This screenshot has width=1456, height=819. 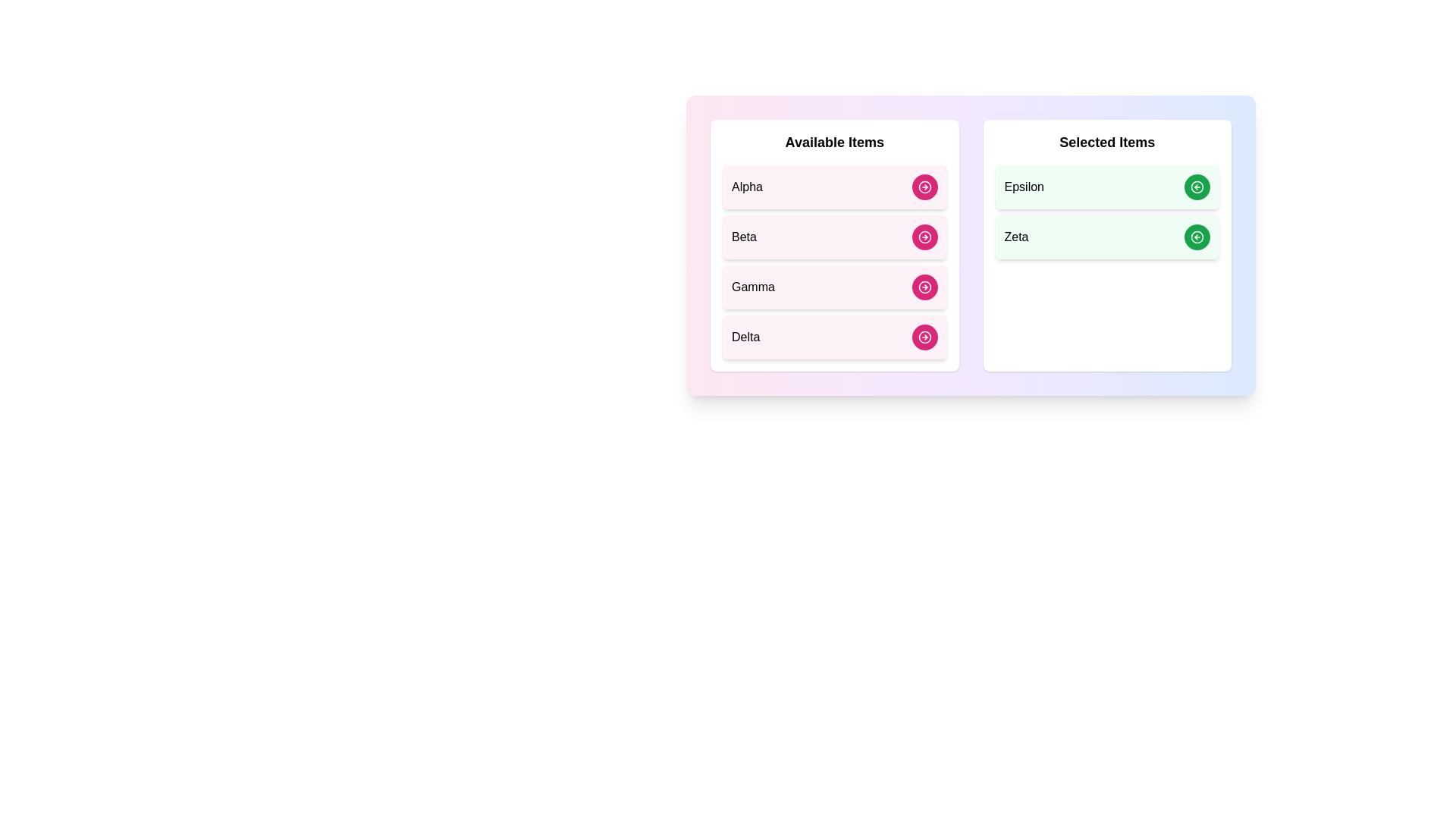 I want to click on transfer button for the item Gamma in the 'Available Items' list, so click(x=924, y=287).